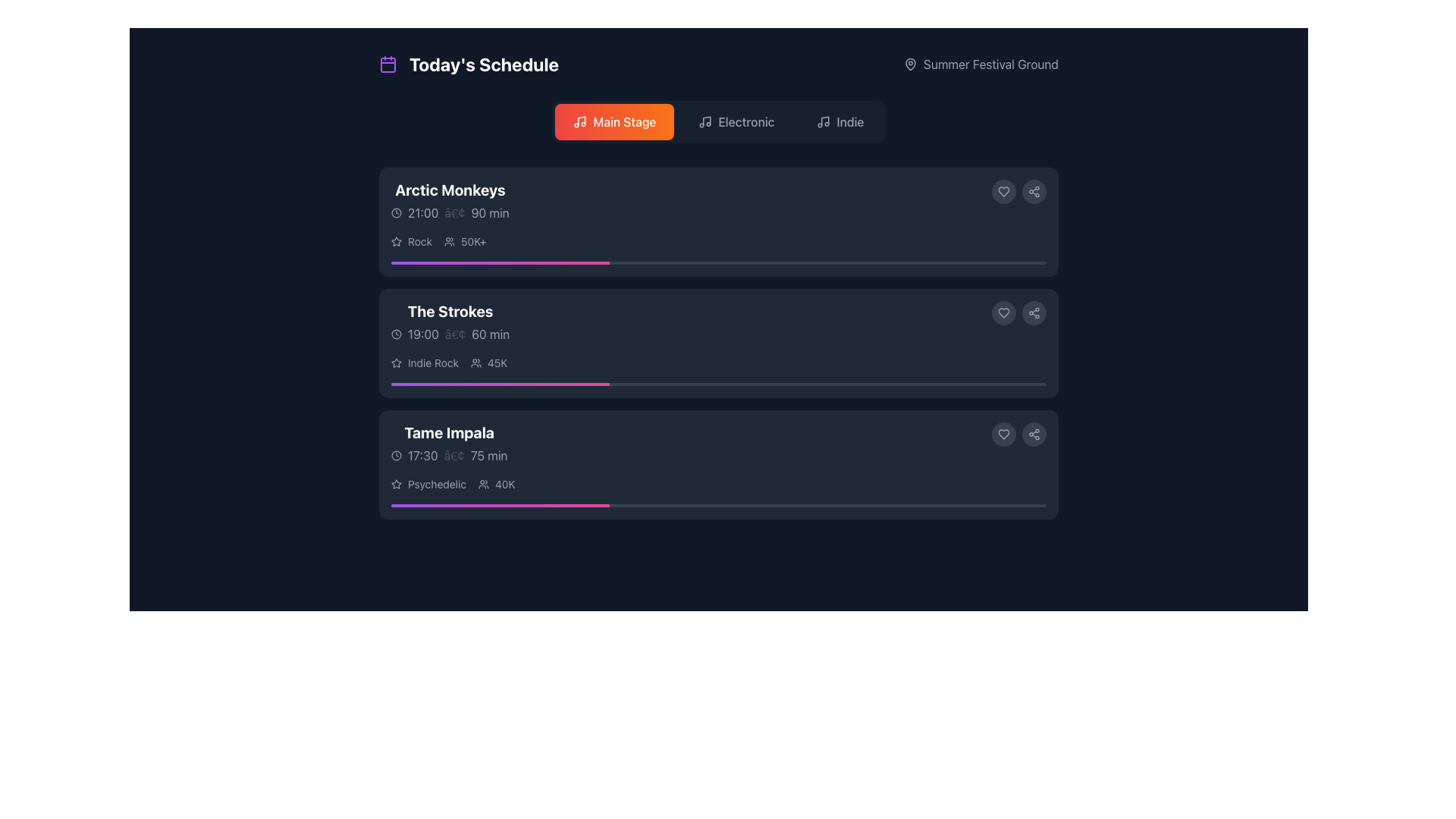  Describe the element at coordinates (397, 213) in the screenshot. I see `the circular graphical icon part of 'The Strokes' in the 'Today's Schedule' section, which is defined by a thin stroke outline and located near the beginning of the item's row` at that location.